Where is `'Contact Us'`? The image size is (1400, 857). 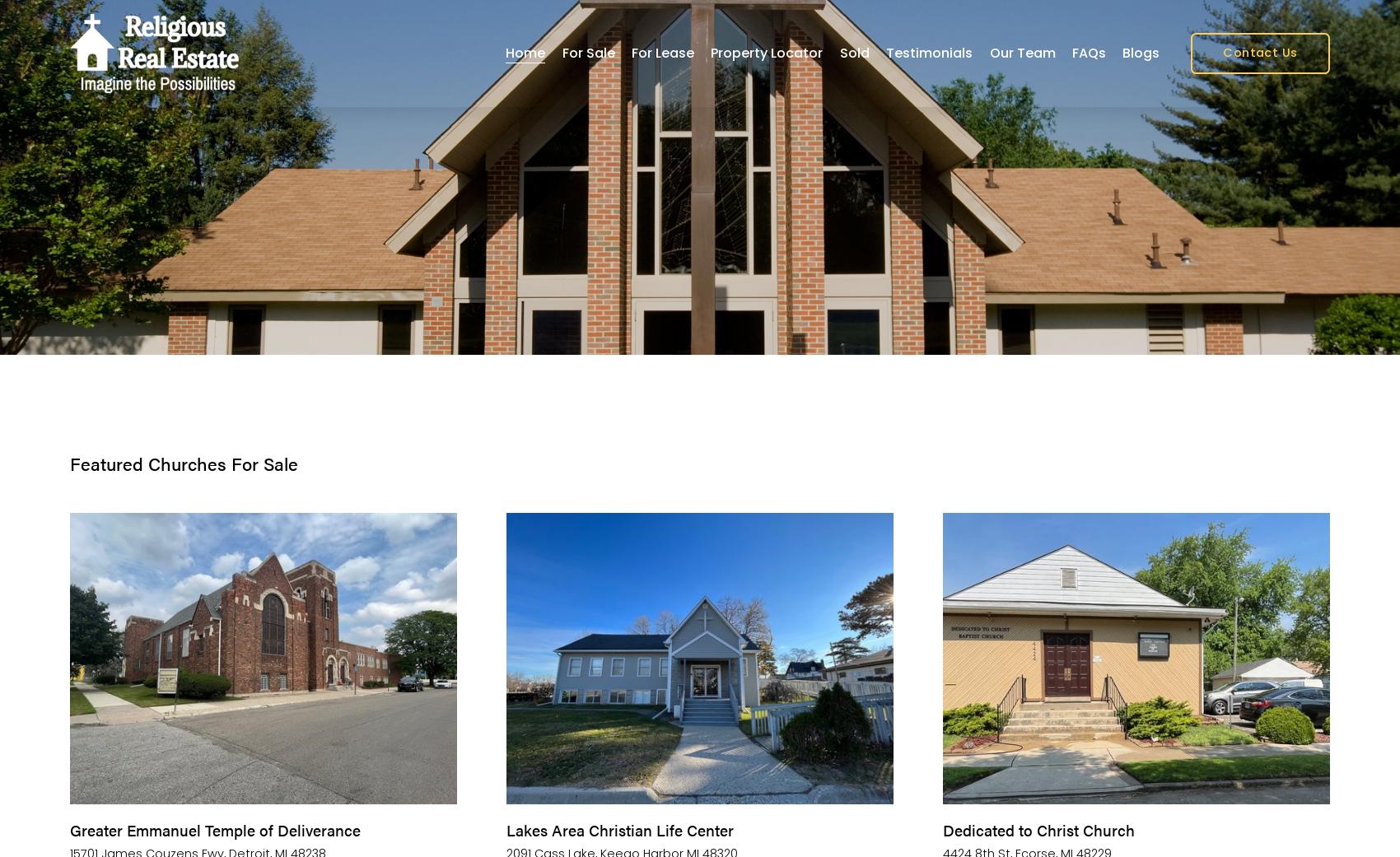
'Contact Us' is located at coordinates (1260, 52).